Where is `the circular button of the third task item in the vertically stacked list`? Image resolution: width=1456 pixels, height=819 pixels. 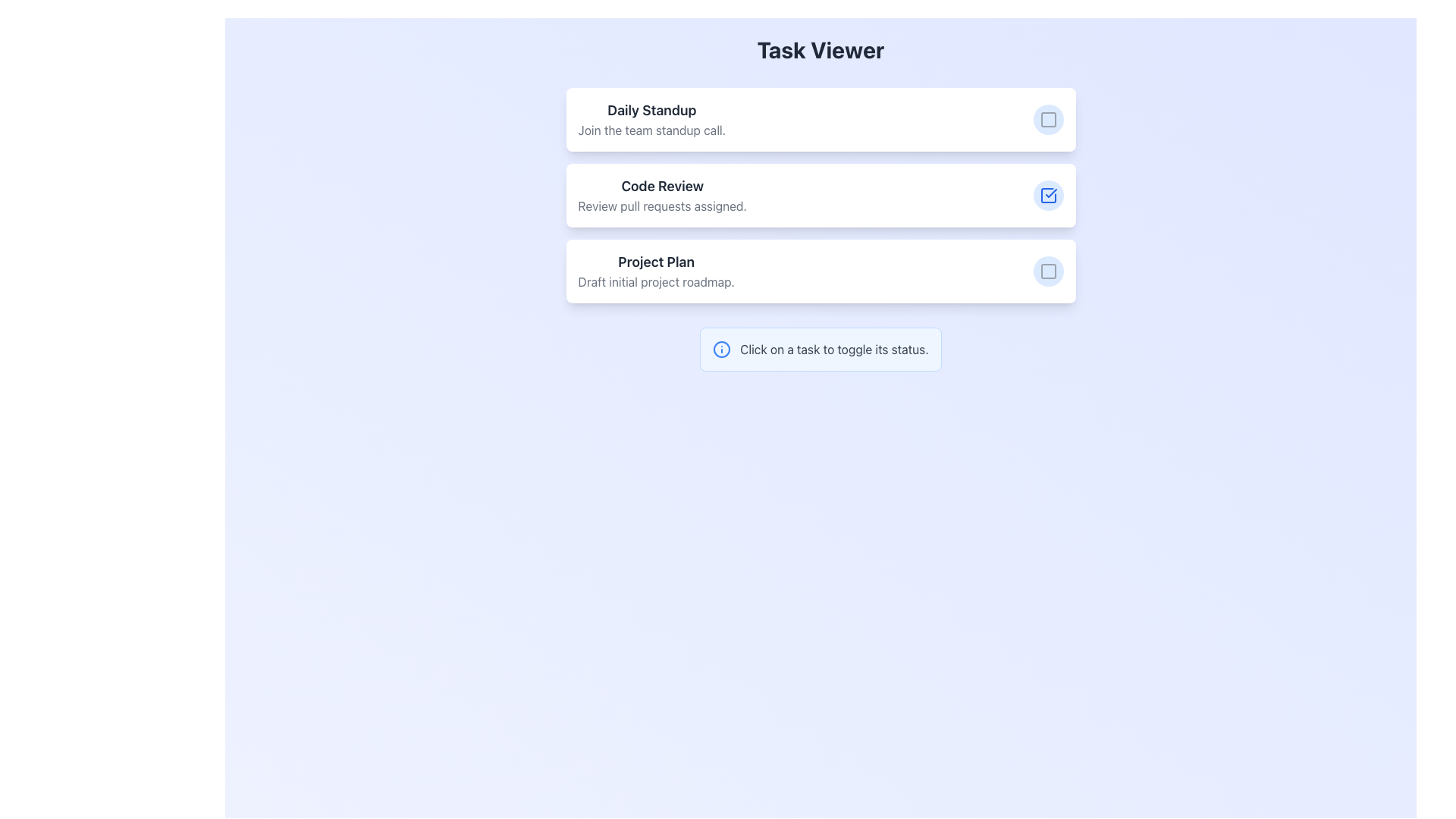 the circular button of the third task item in the vertically stacked list is located at coordinates (820, 271).